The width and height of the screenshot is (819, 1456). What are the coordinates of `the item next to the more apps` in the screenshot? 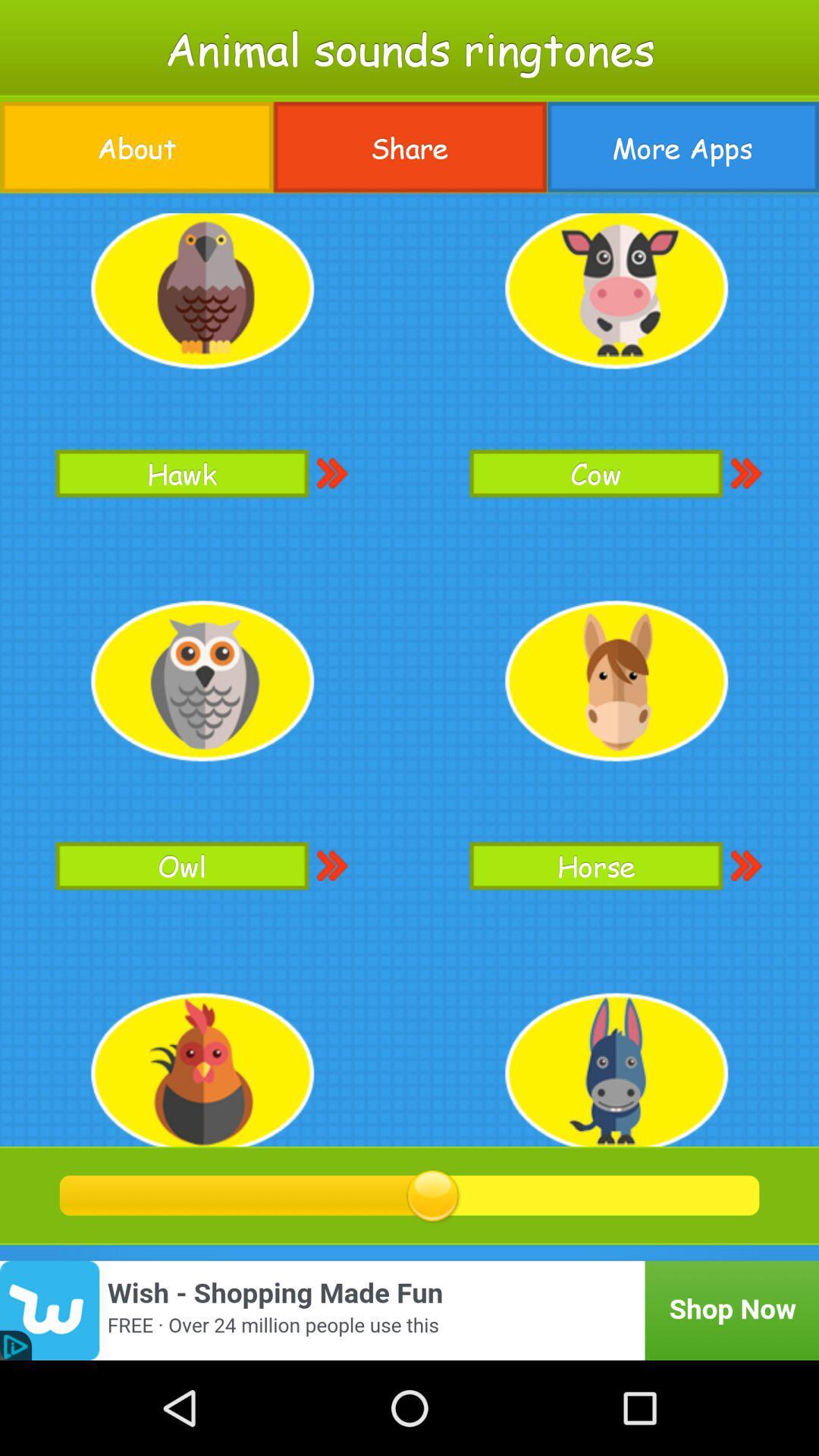 It's located at (409, 147).